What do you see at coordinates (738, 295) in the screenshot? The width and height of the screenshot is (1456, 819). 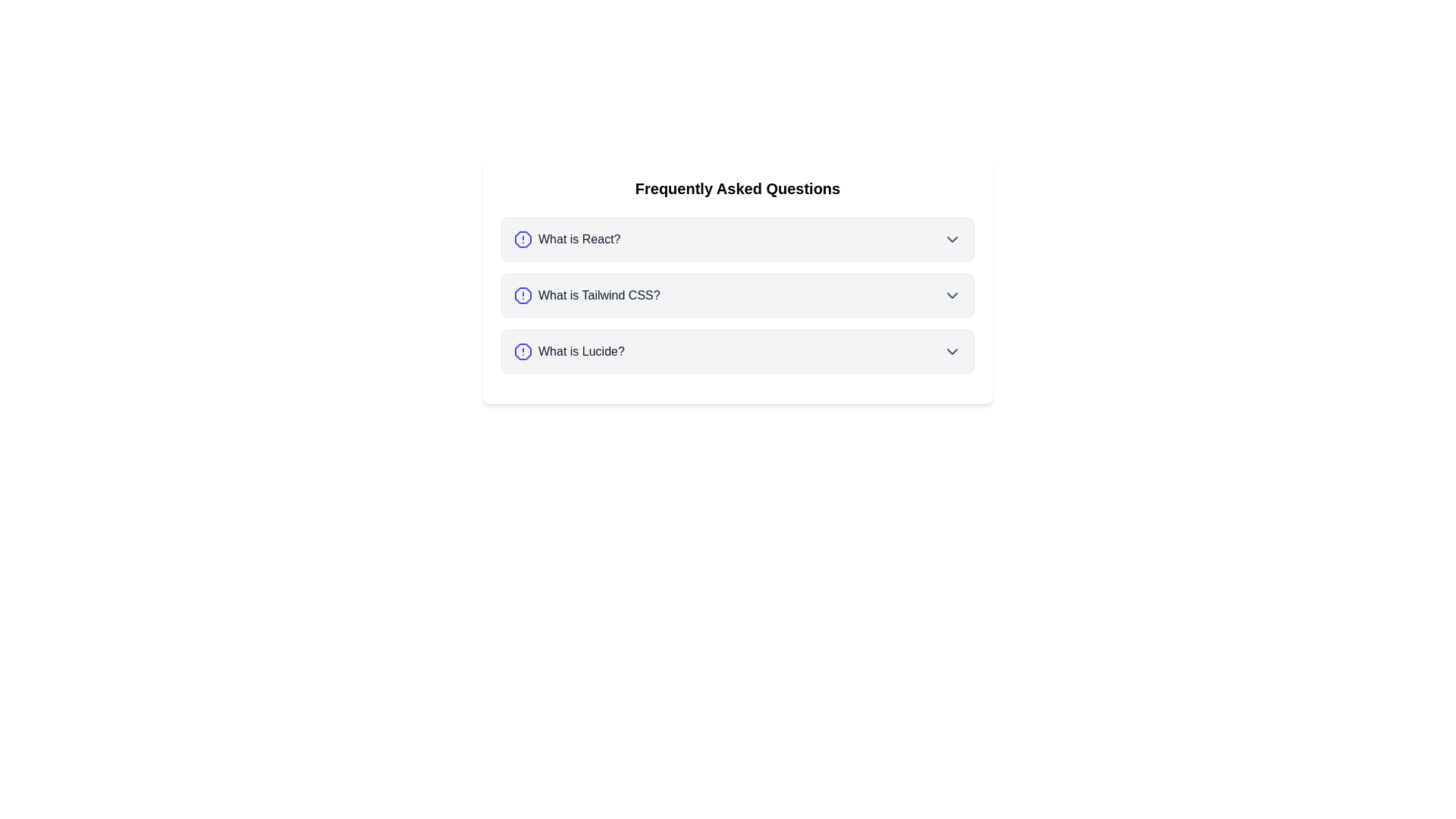 I see `the second expandable list item under 'Frequently Asked Questions'` at bounding box center [738, 295].